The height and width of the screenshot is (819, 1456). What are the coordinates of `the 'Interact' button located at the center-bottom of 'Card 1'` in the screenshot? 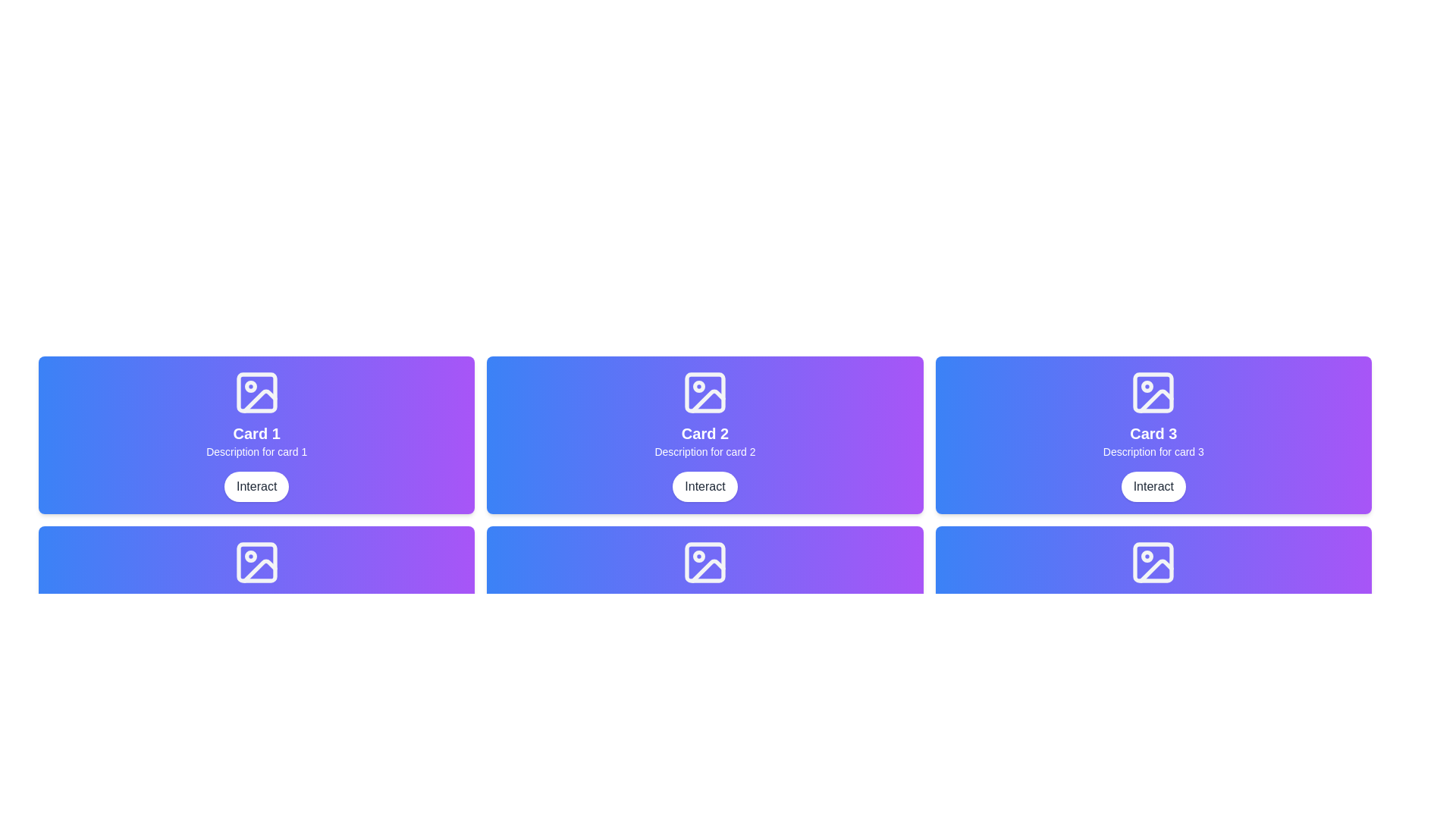 It's located at (256, 486).